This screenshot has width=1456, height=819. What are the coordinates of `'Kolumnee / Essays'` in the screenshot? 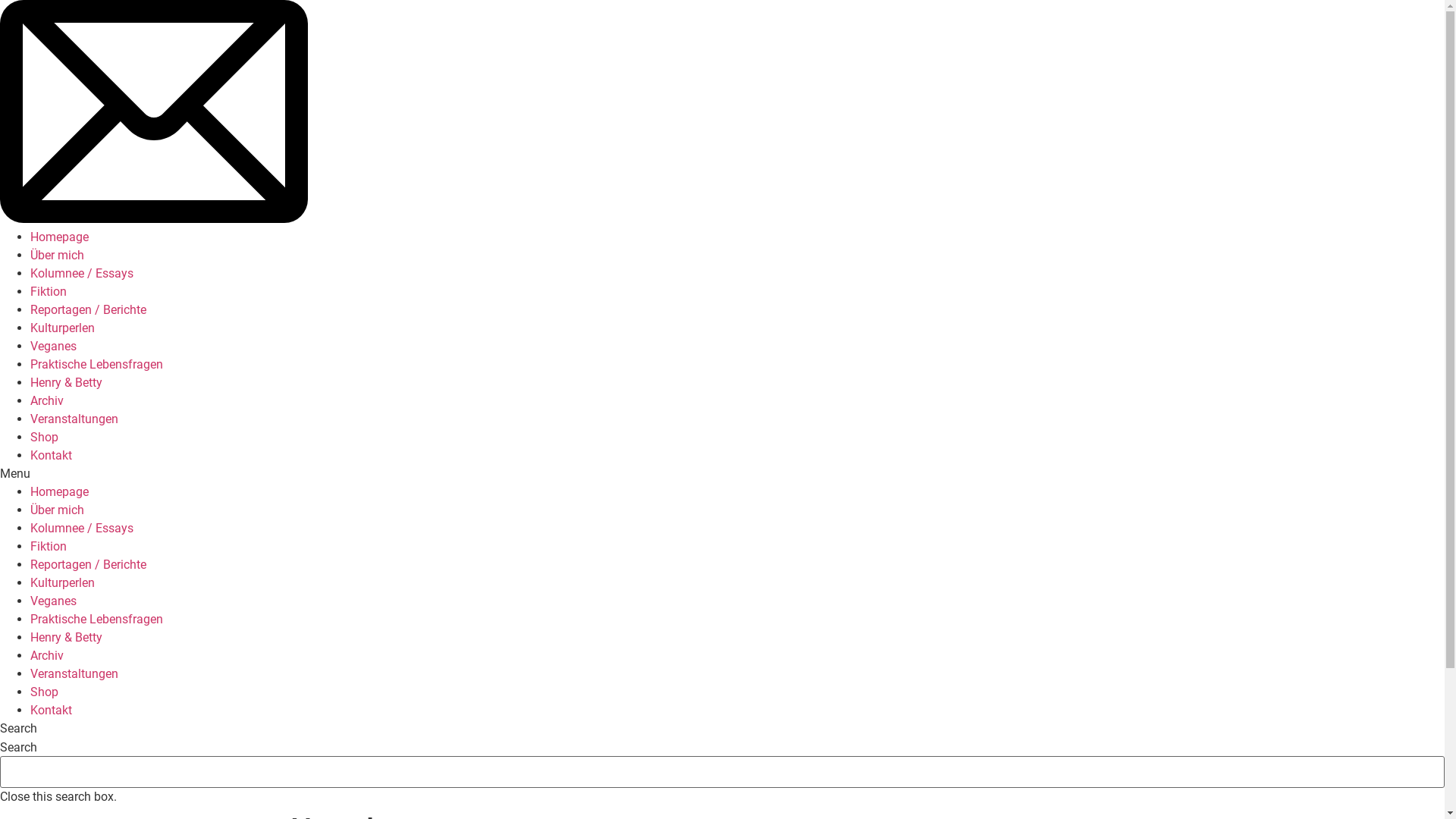 It's located at (80, 273).